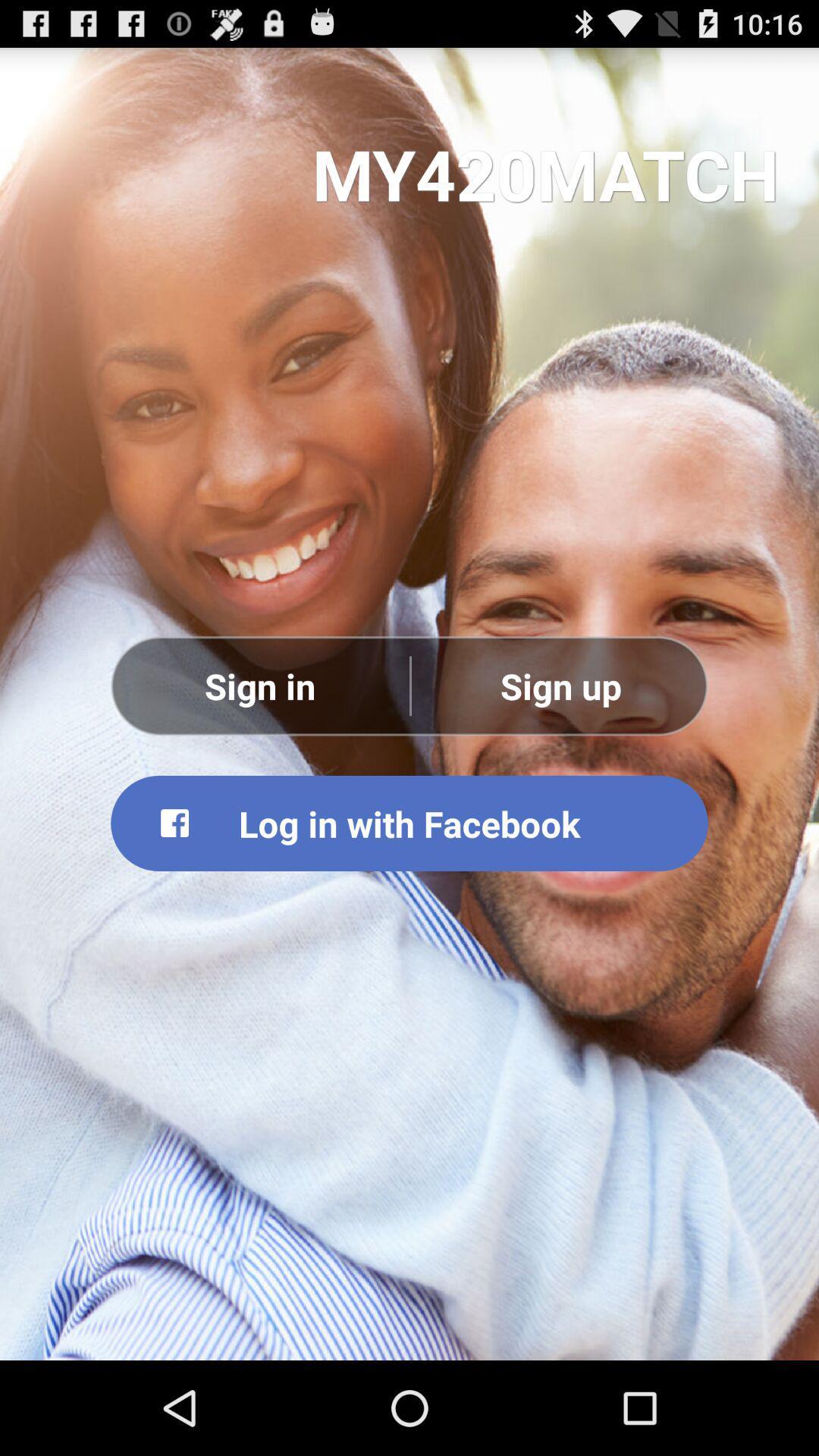 This screenshot has width=819, height=1456. Describe the element at coordinates (560, 685) in the screenshot. I see `the item on the right` at that location.